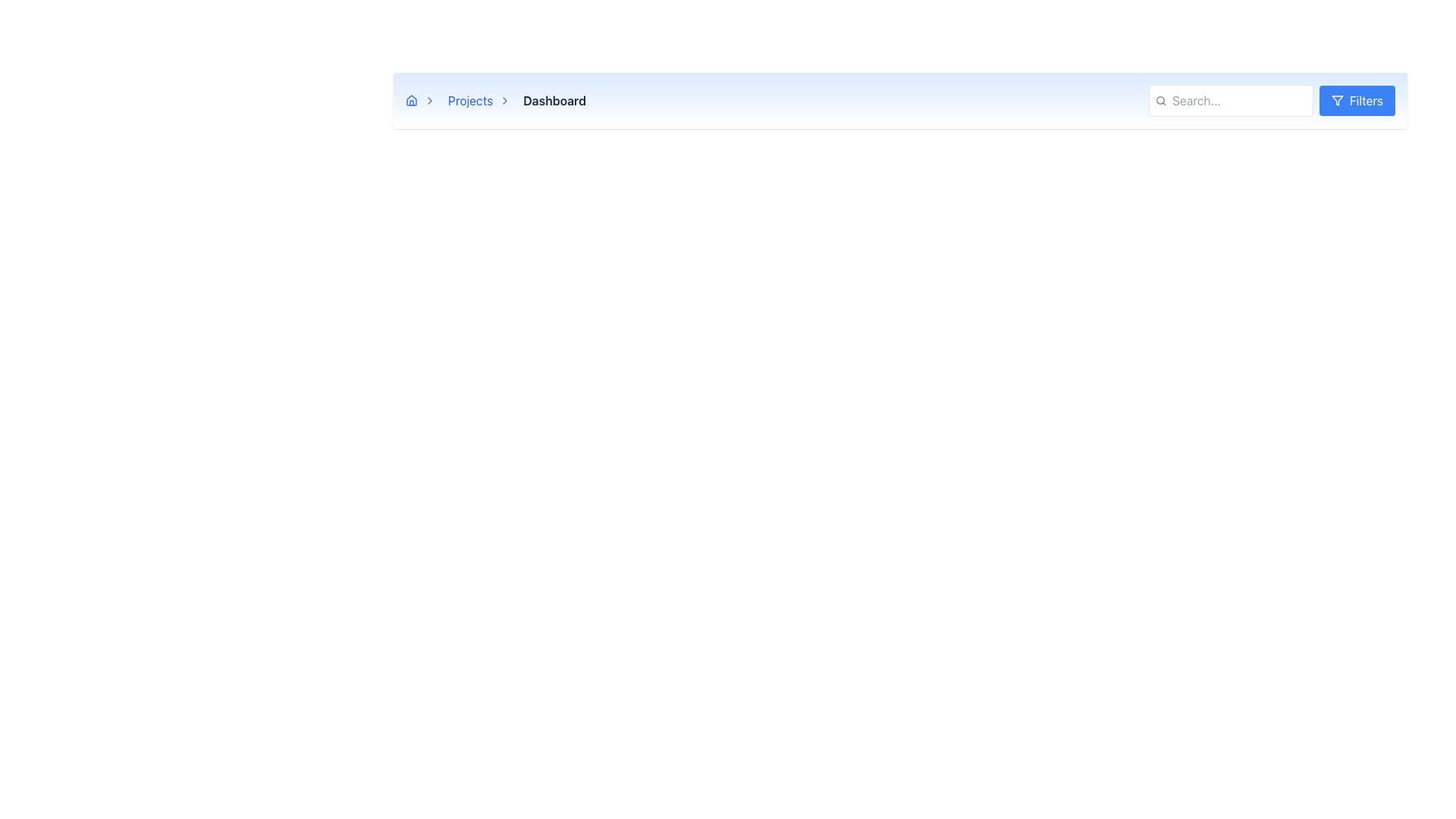 This screenshot has height=819, width=1456. What do you see at coordinates (482, 100) in the screenshot?
I see `the second breadcrumb link in the navigation component` at bounding box center [482, 100].